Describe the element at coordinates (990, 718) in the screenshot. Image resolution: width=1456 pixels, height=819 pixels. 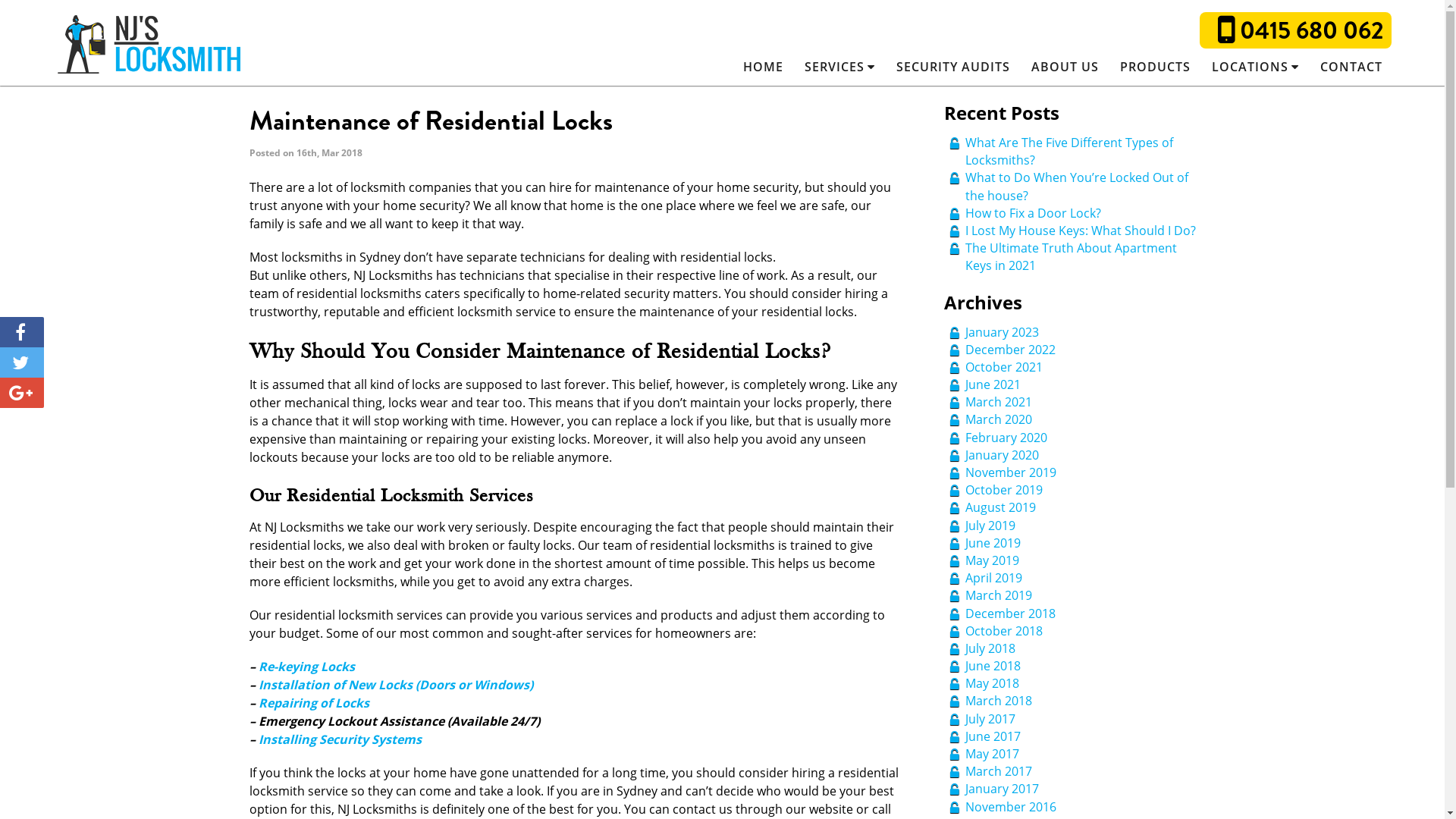
I see `'July 2017'` at that location.